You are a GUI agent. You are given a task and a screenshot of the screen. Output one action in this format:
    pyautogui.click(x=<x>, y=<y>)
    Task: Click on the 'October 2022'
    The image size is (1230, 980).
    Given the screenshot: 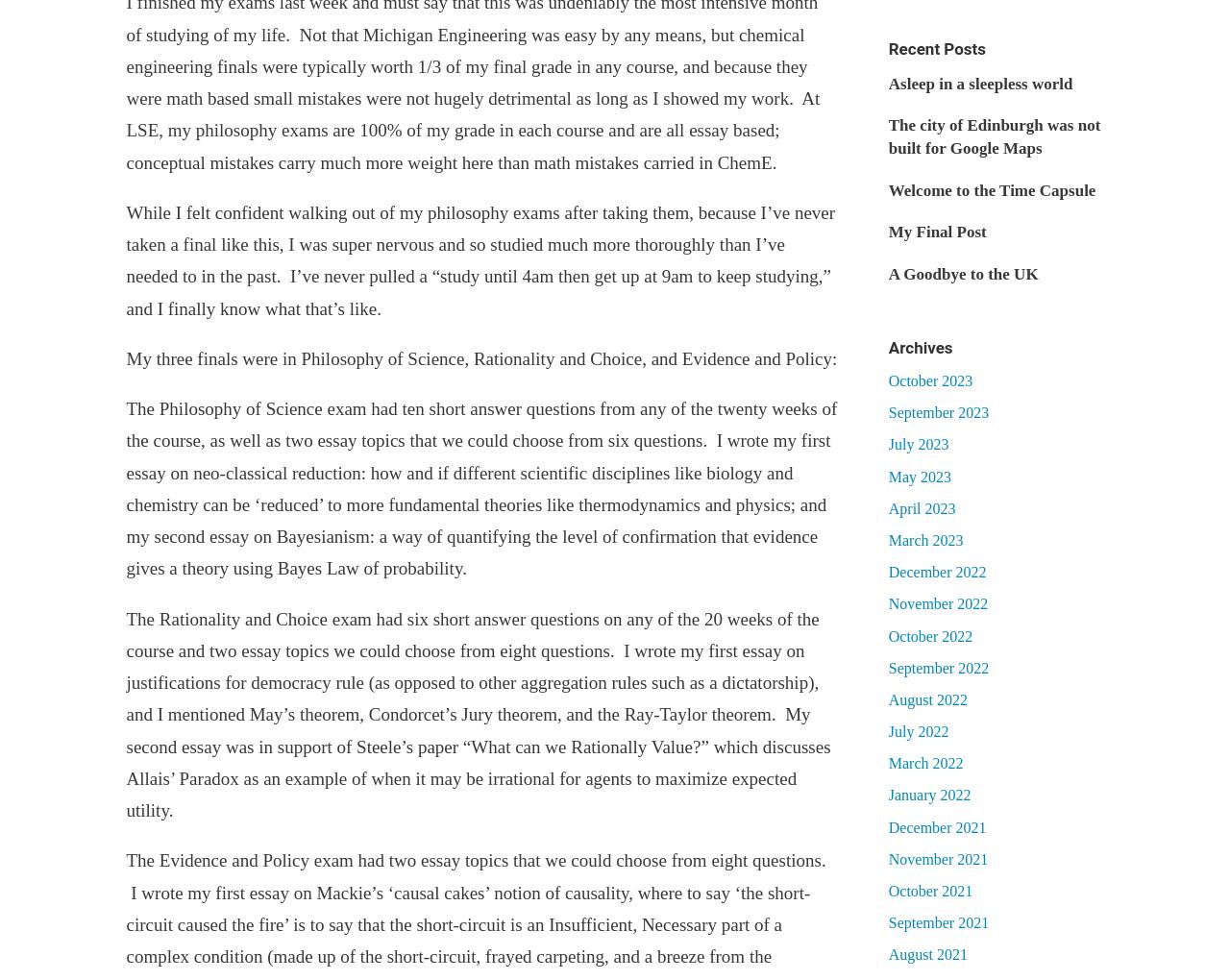 What is the action you would take?
    pyautogui.click(x=930, y=635)
    